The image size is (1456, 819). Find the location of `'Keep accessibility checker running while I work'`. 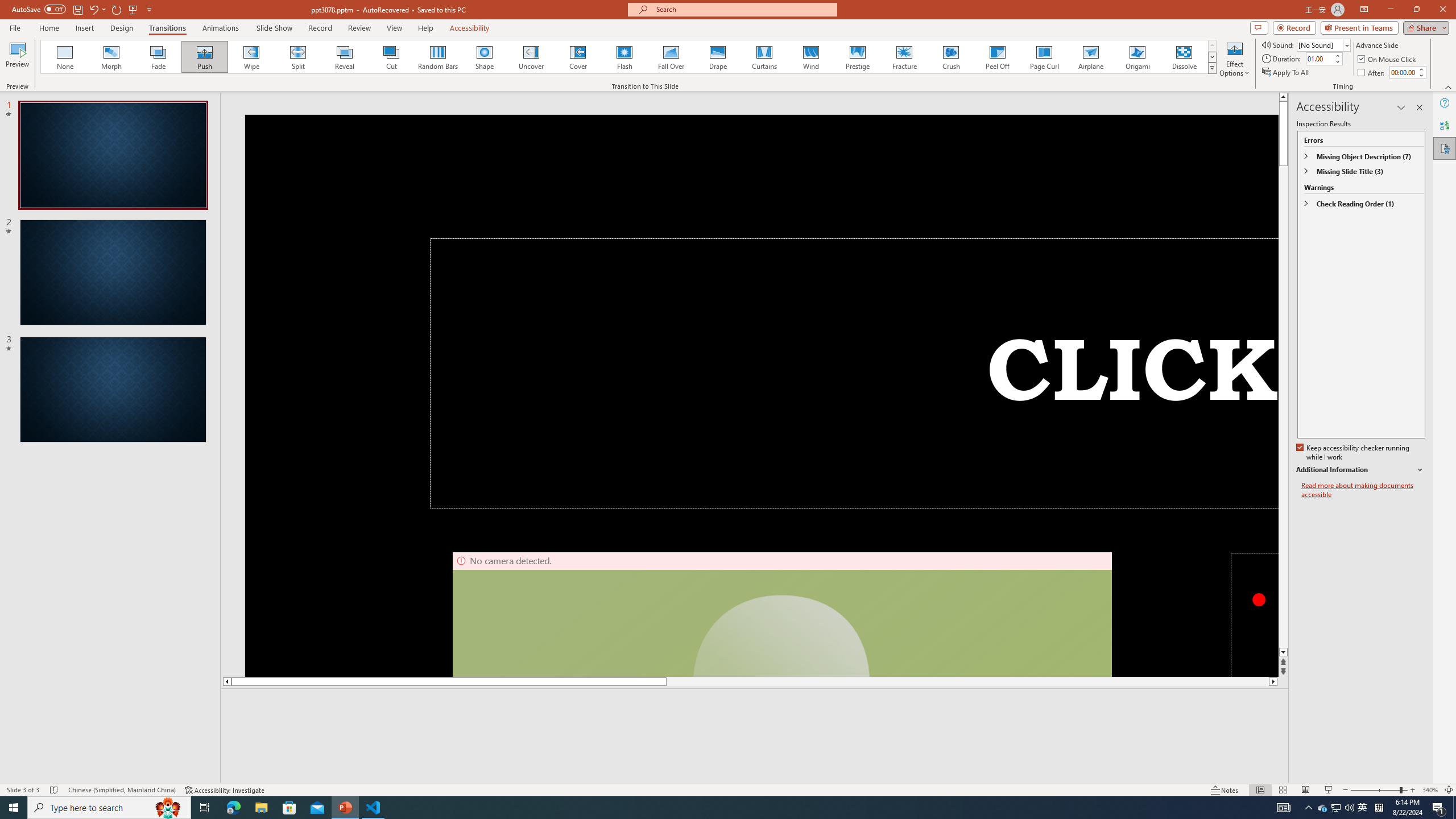

'Keep accessibility checker running while I work' is located at coordinates (1354, 453).